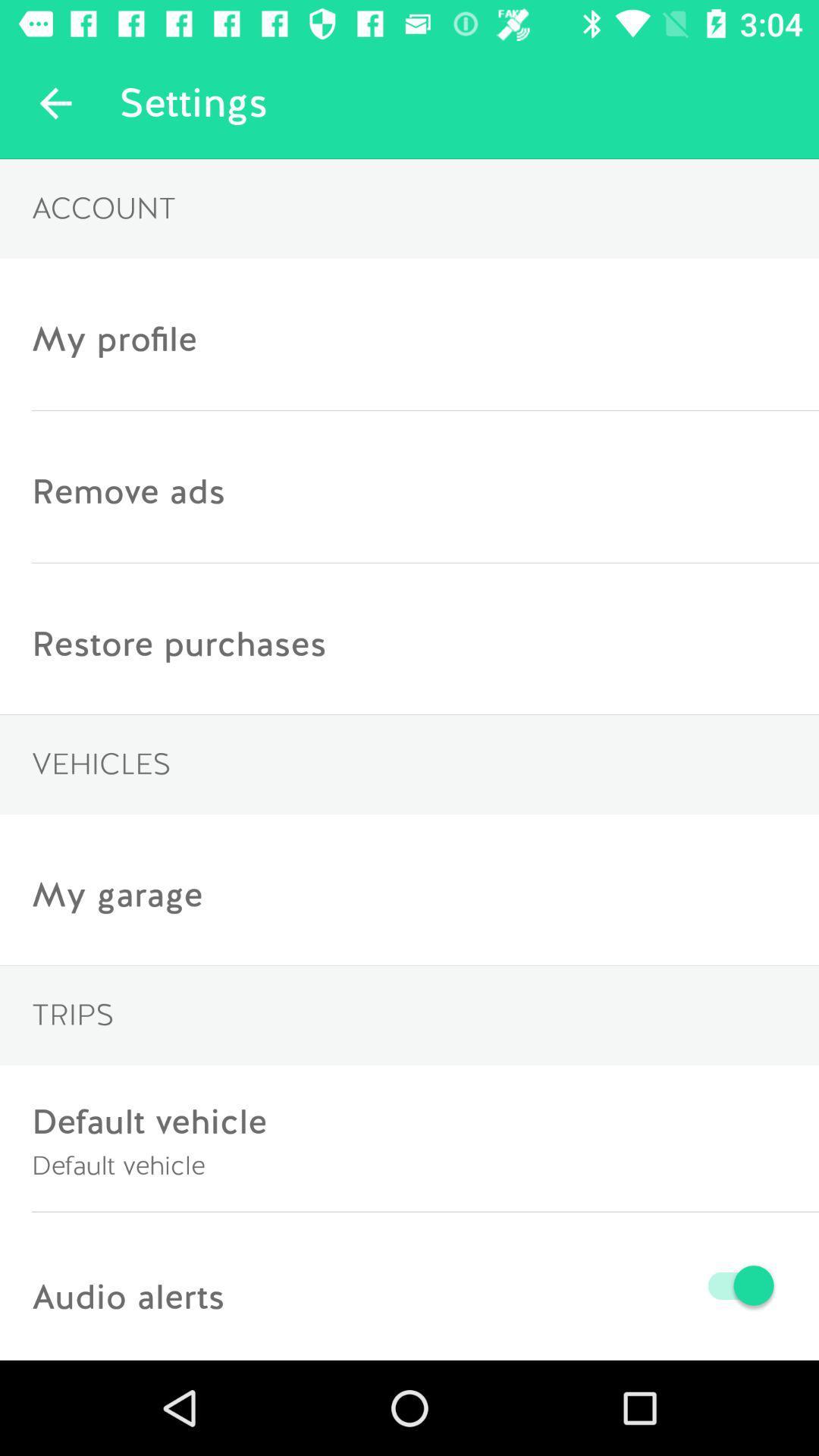 This screenshot has height=1456, width=819. Describe the element at coordinates (55, 102) in the screenshot. I see `app next to the settings icon` at that location.